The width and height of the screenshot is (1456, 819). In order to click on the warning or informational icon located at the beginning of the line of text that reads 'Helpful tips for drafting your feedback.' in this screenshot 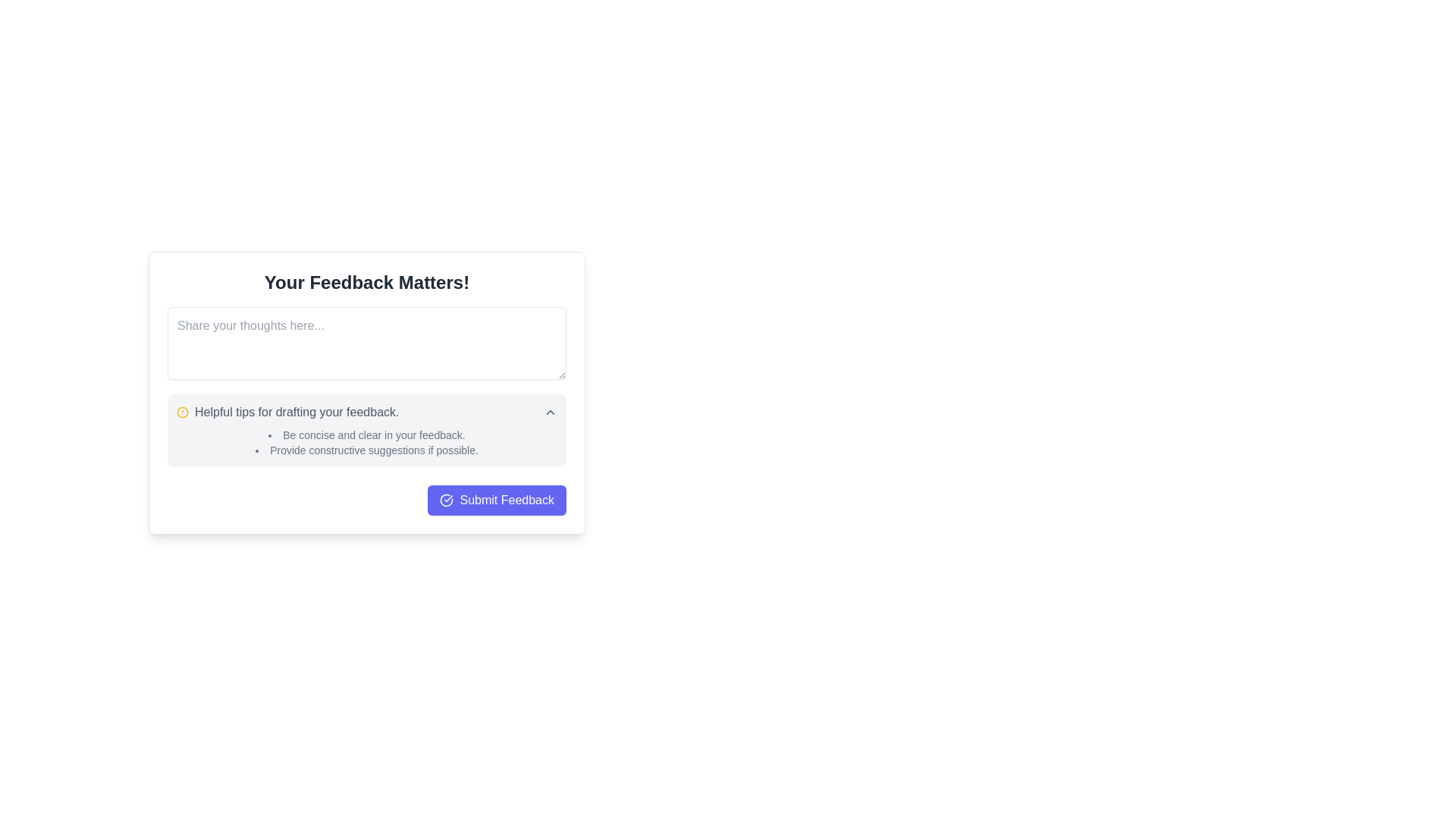, I will do `click(182, 412)`.